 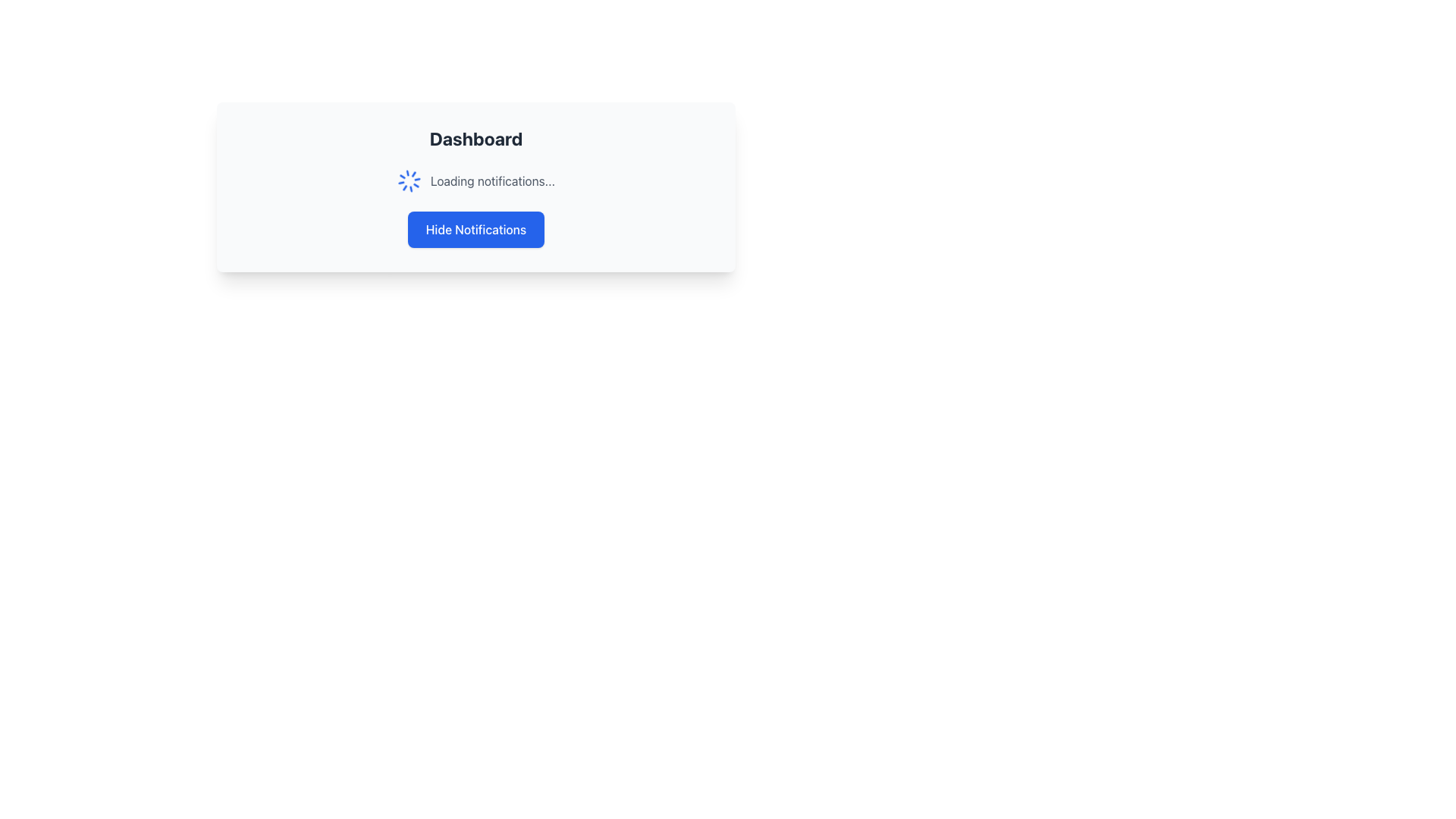 What do you see at coordinates (475, 138) in the screenshot?
I see `text element serving as the header titled 'Dashboard' located at the upper section of the card-like panel` at bounding box center [475, 138].